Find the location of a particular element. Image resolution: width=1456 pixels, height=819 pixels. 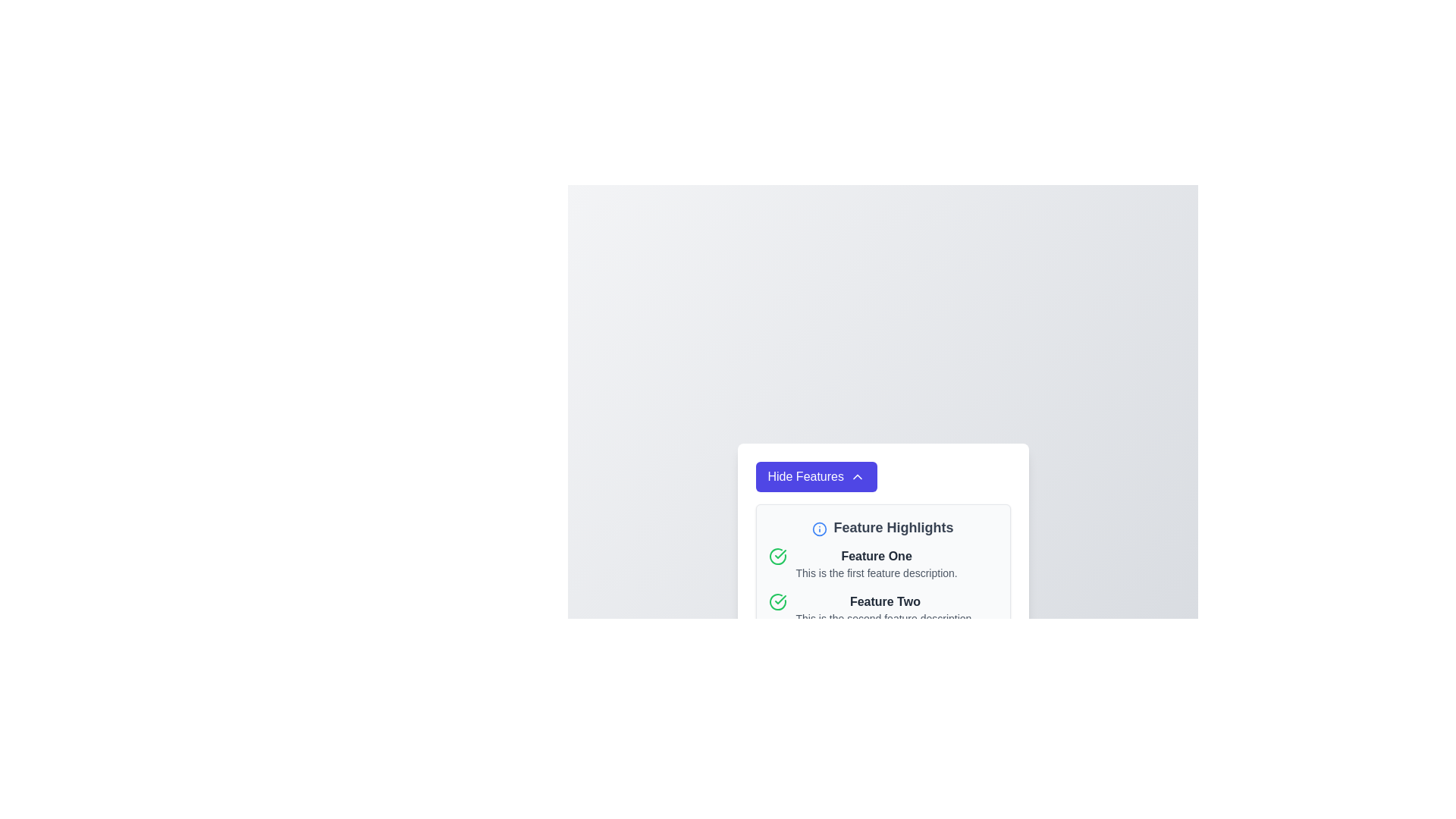

text of the element labeled 'Feature One' which includes the heading and its description located in the 'Feature Highlights' section is located at coordinates (877, 564).